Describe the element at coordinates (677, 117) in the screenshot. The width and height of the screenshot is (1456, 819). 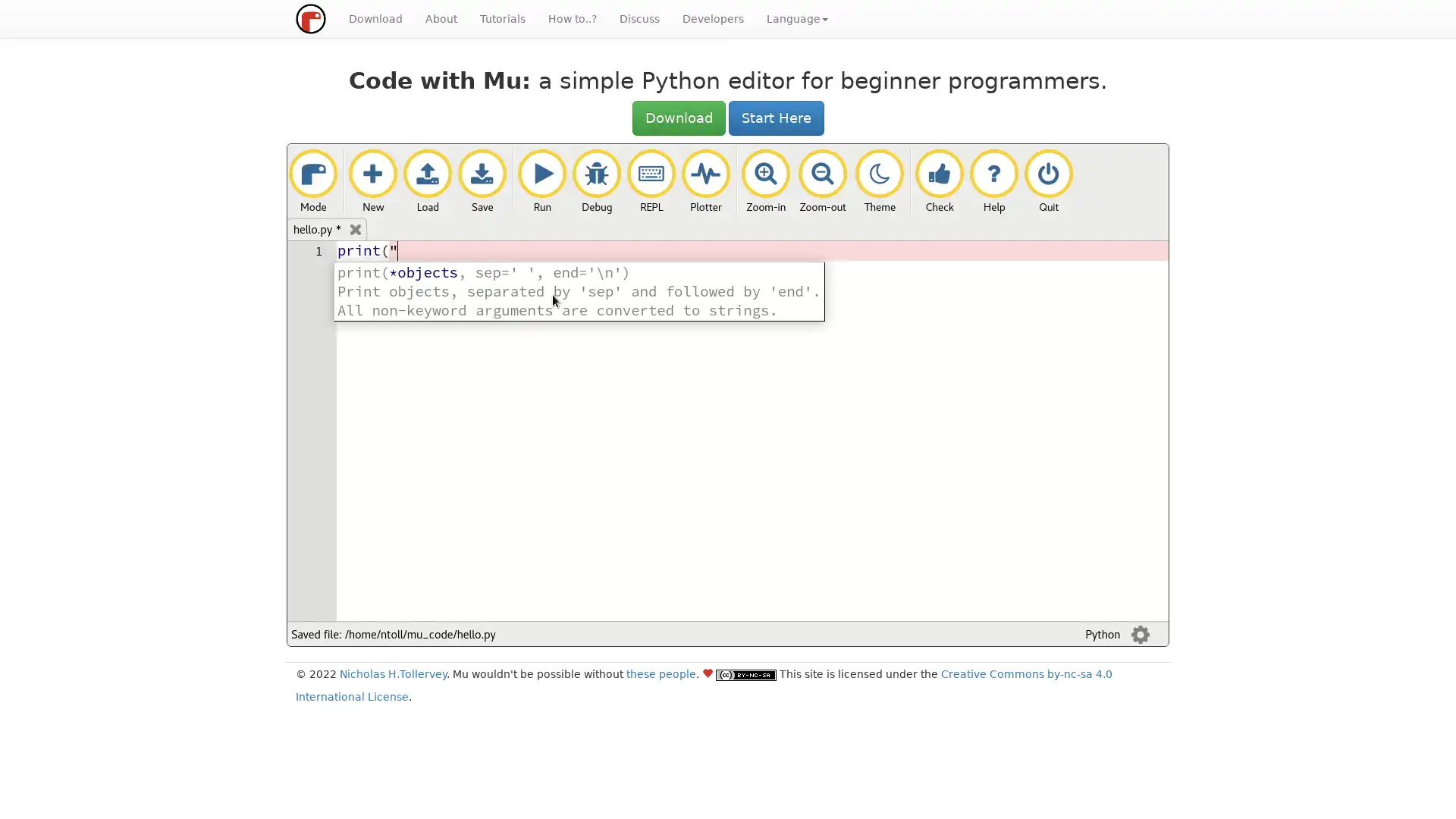
I see `Download` at that location.